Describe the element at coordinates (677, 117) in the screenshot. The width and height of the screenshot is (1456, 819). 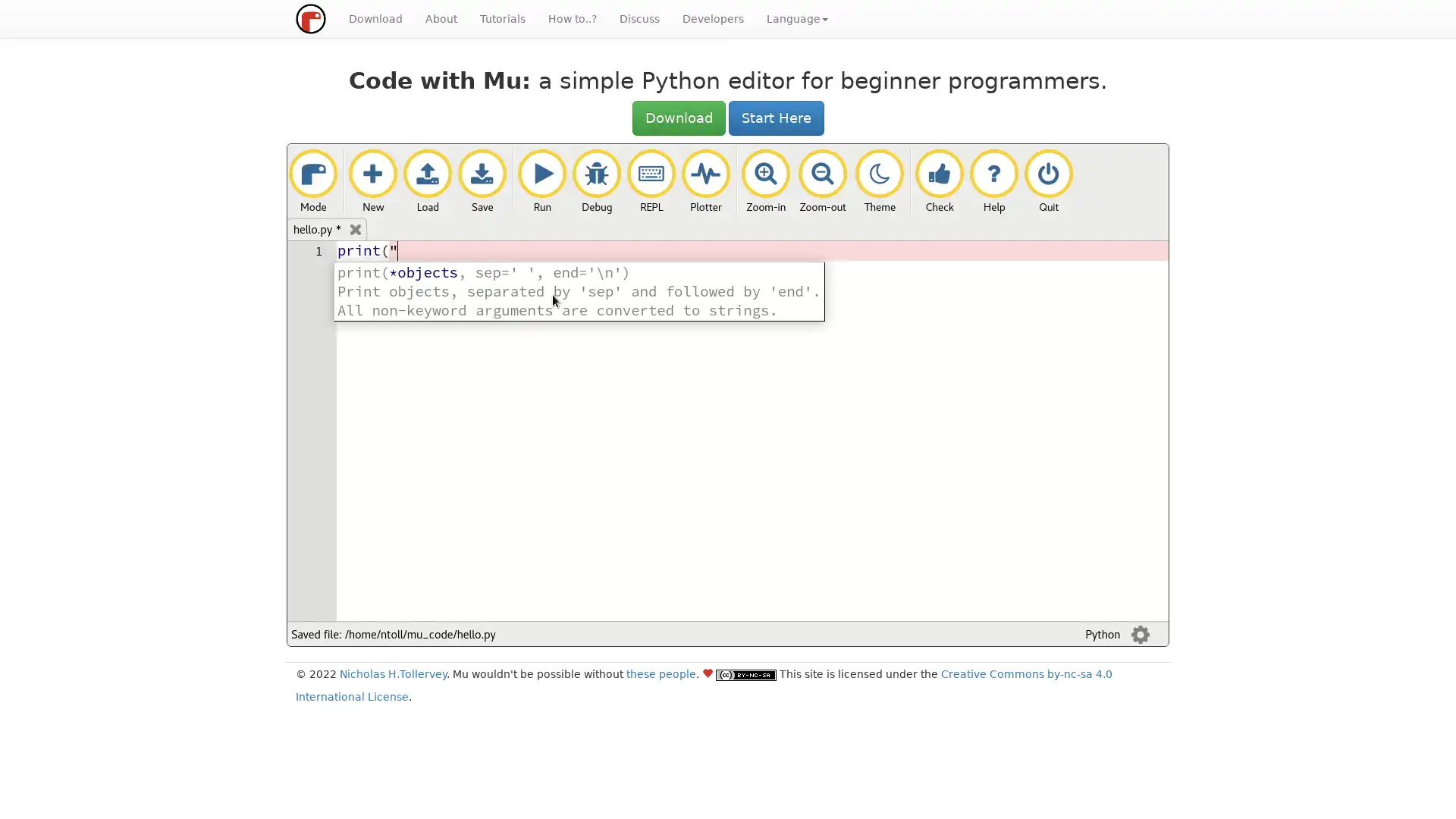
I see `Download` at that location.